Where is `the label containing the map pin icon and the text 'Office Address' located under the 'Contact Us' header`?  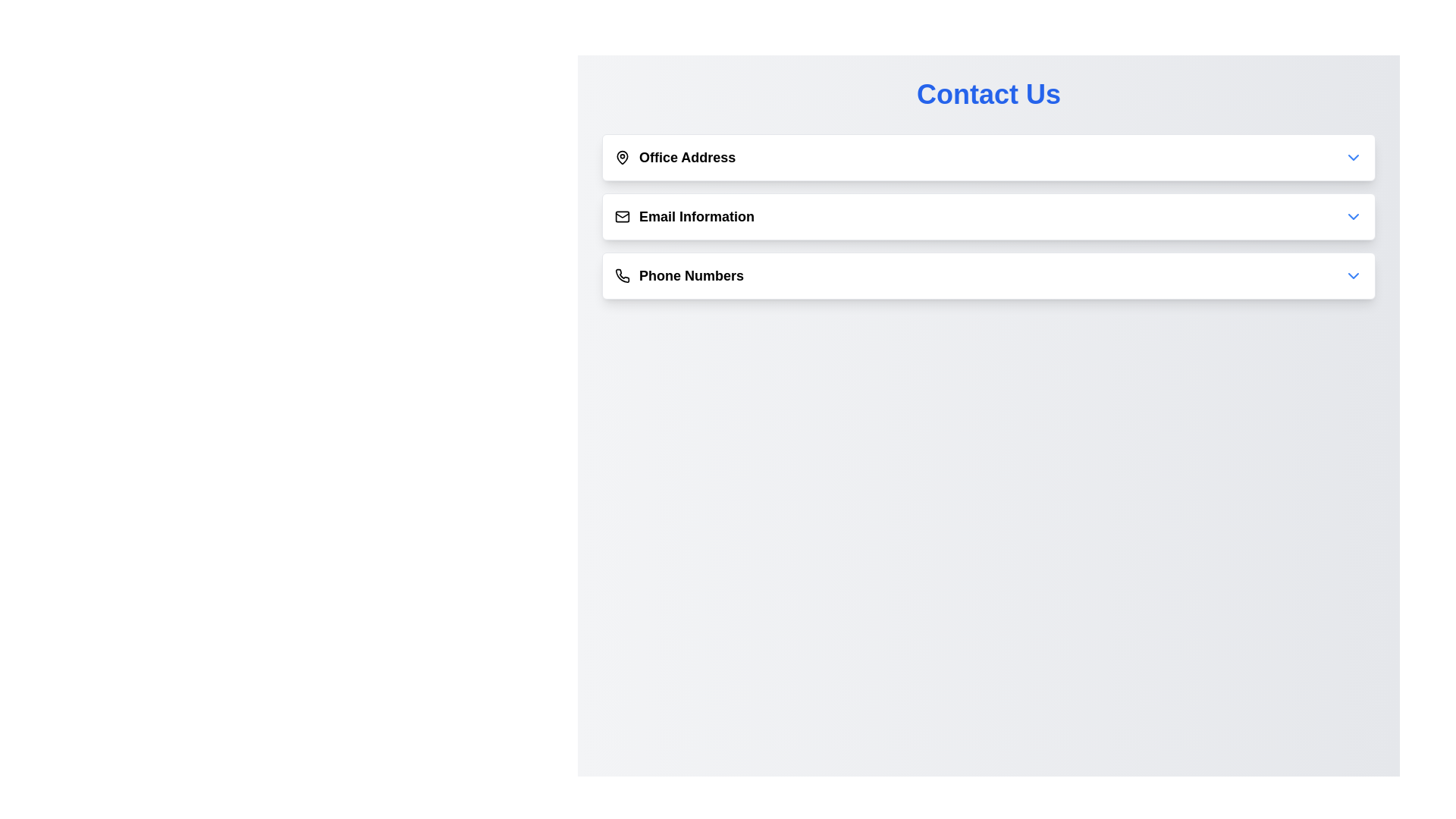 the label containing the map pin icon and the text 'Office Address' located under the 'Contact Us' header is located at coordinates (674, 158).